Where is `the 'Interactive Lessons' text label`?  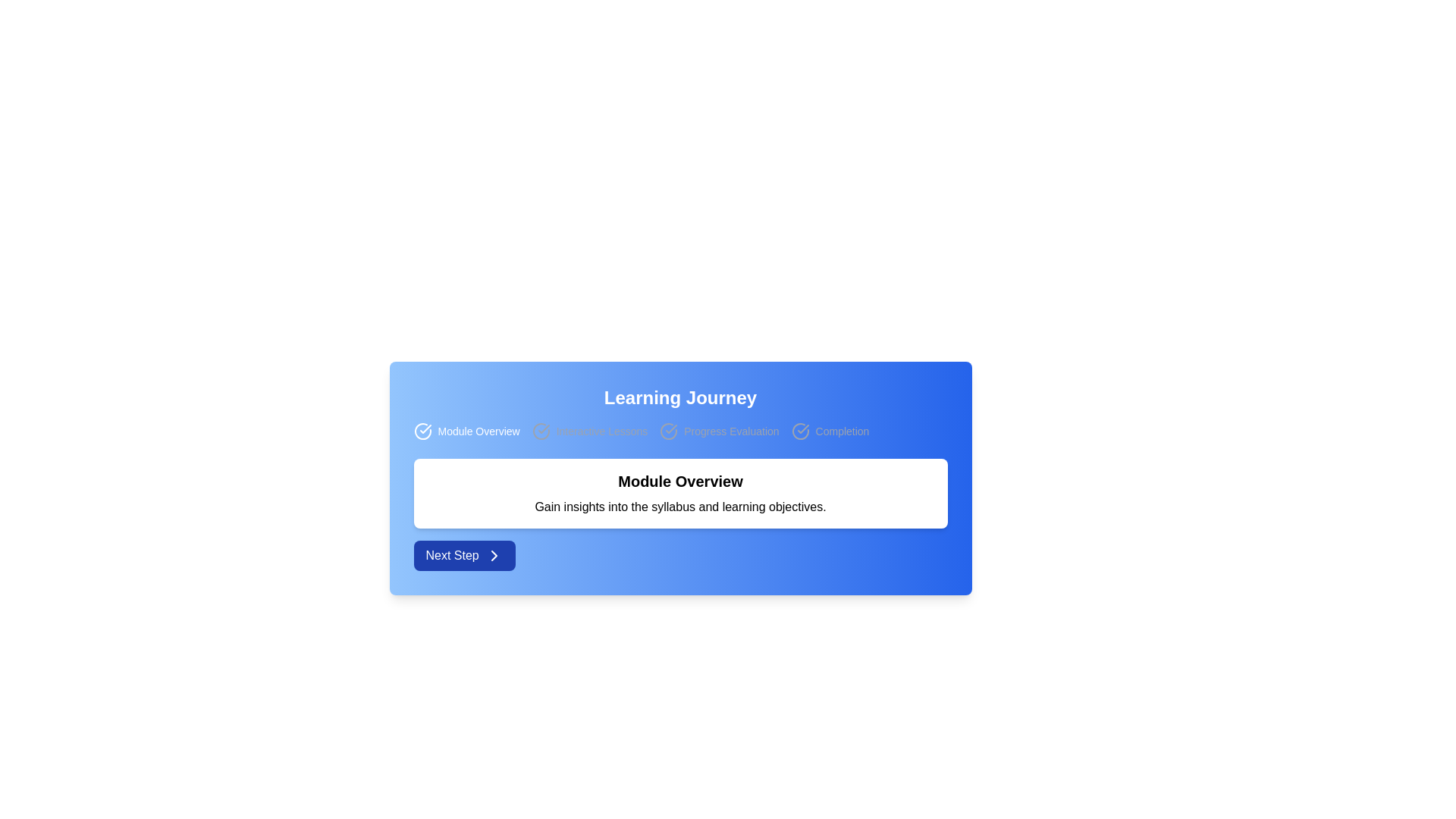 the 'Interactive Lessons' text label is located at coordinates (588, 431).